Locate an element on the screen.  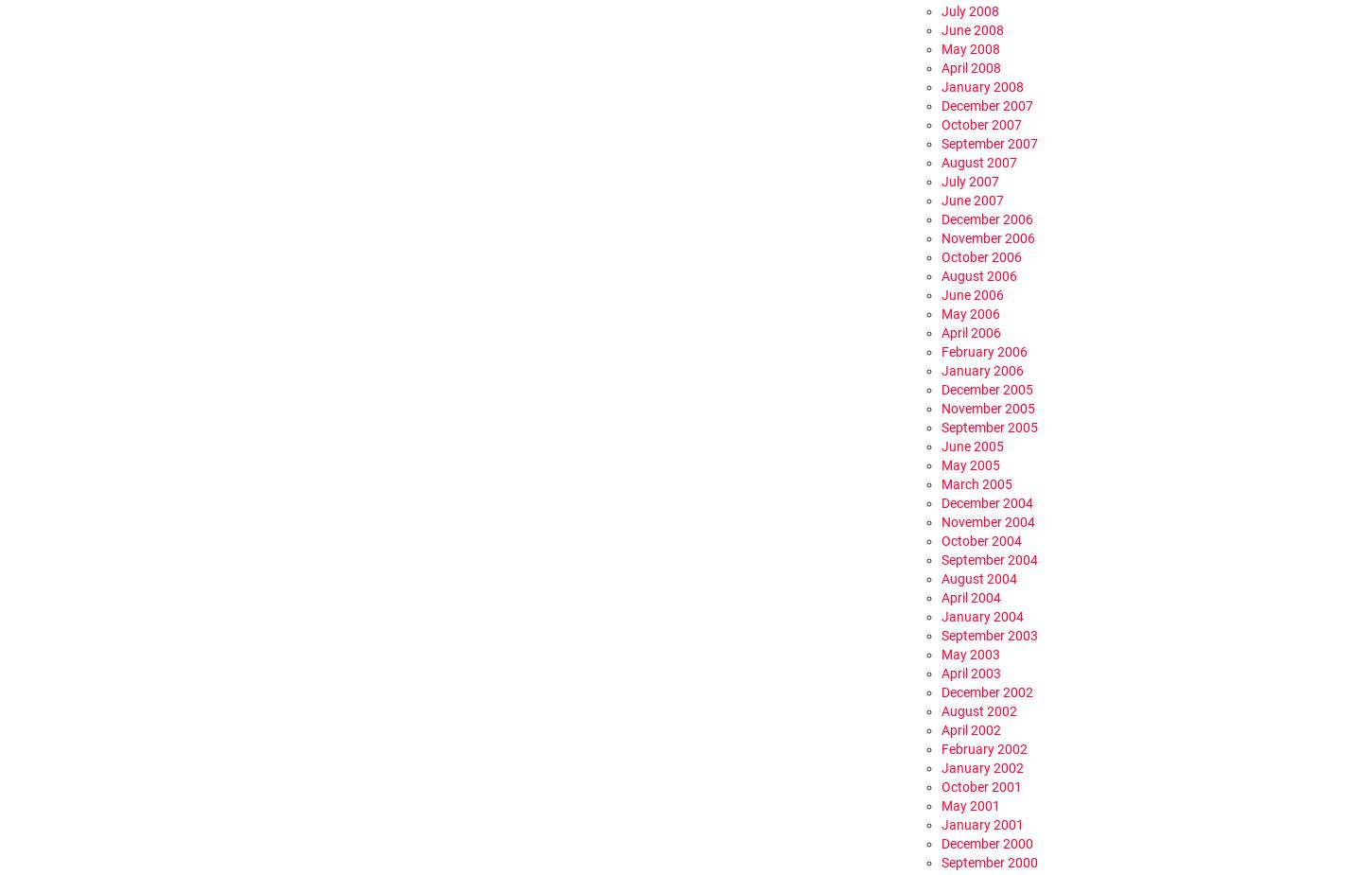
'October 2001' is located at coordinates (981, 786).